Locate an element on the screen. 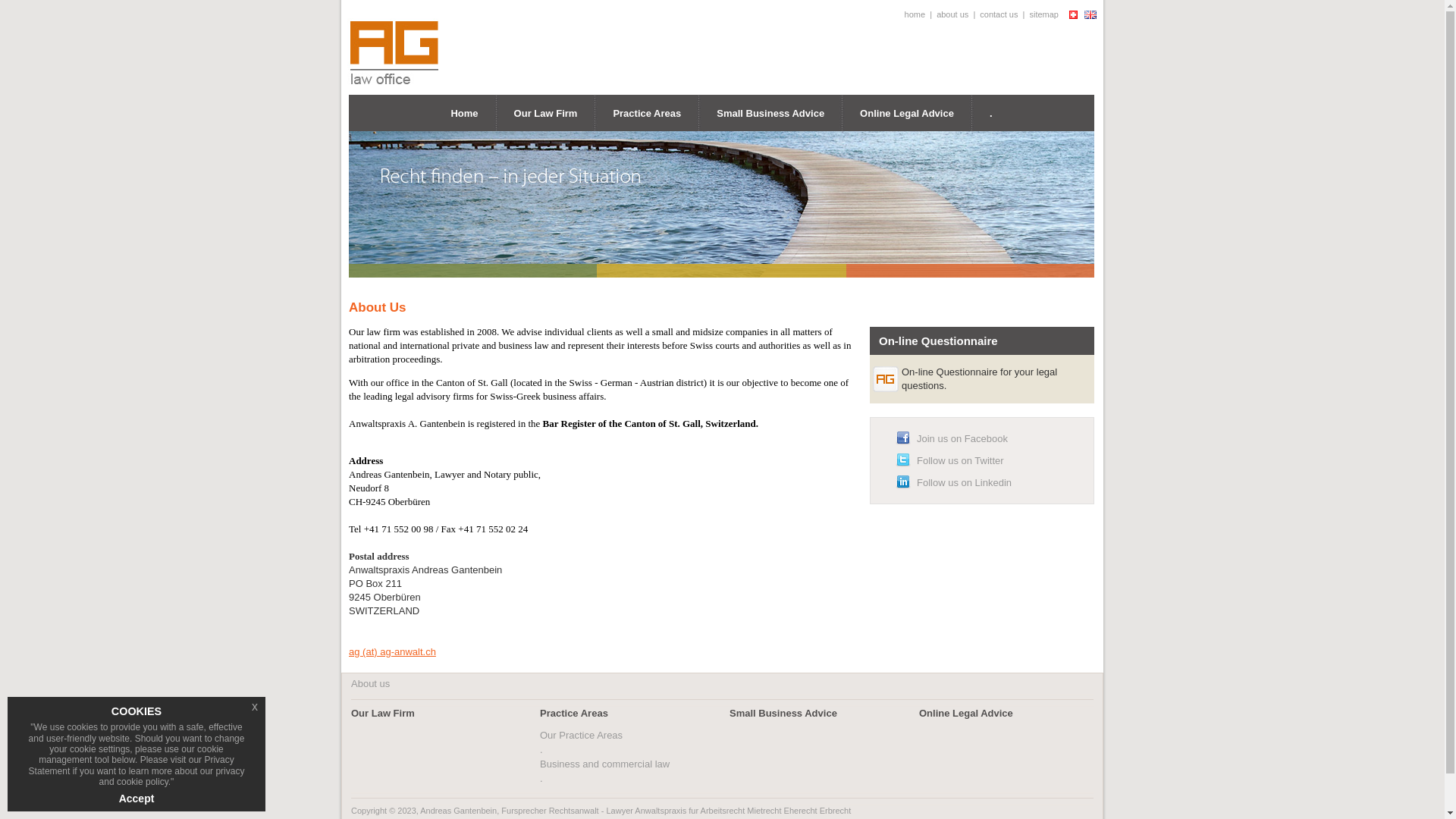 Image resolution: width=1456 pixels, height=819 pixels. 'Business and commercial law' is located at coordinates (604, 764).